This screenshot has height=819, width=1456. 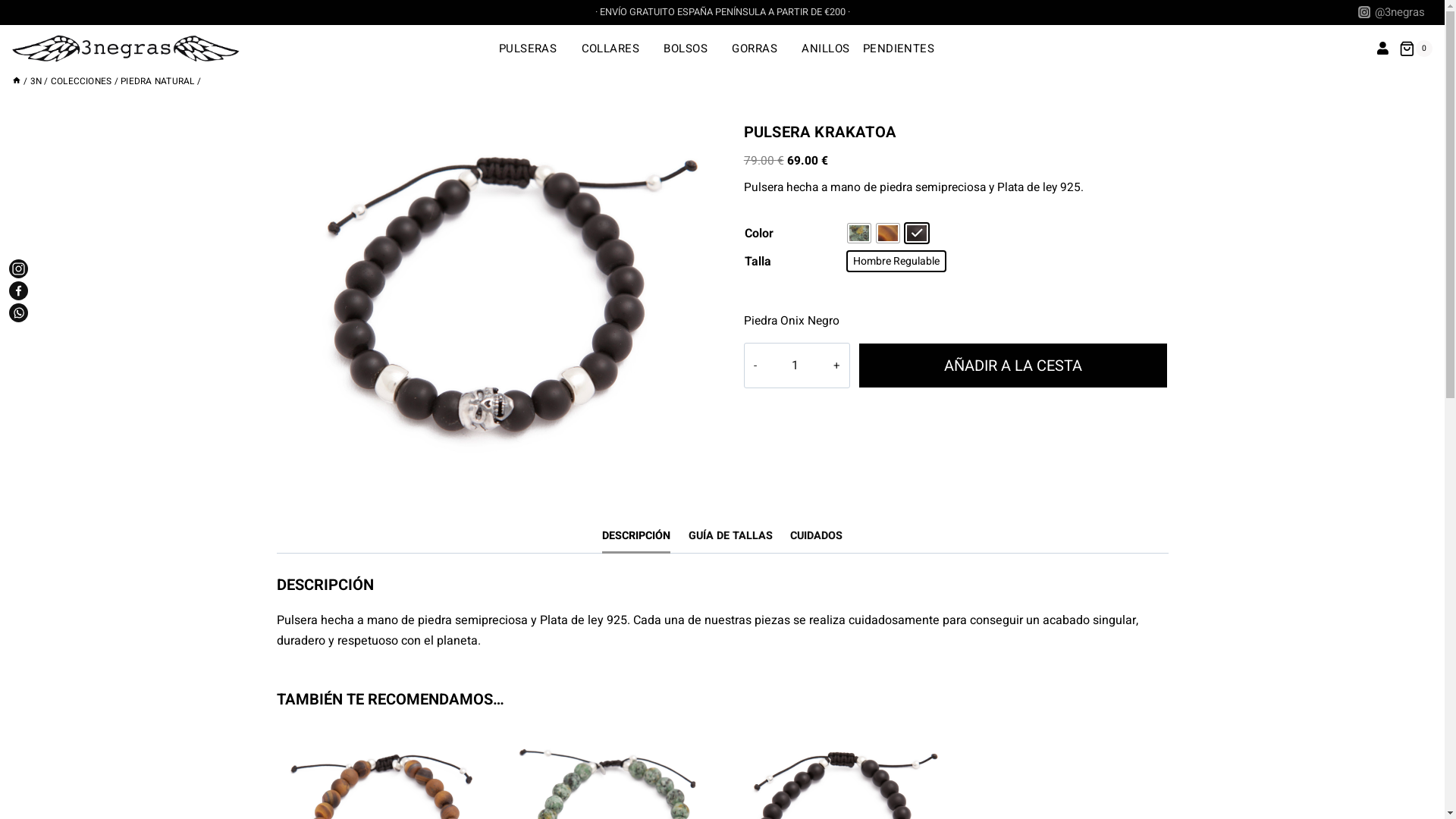 What do you see at coordinates (119, 81) in the screenshot?
I see `'PIEDRA NATURAL'` at bounding box center [119, 81].